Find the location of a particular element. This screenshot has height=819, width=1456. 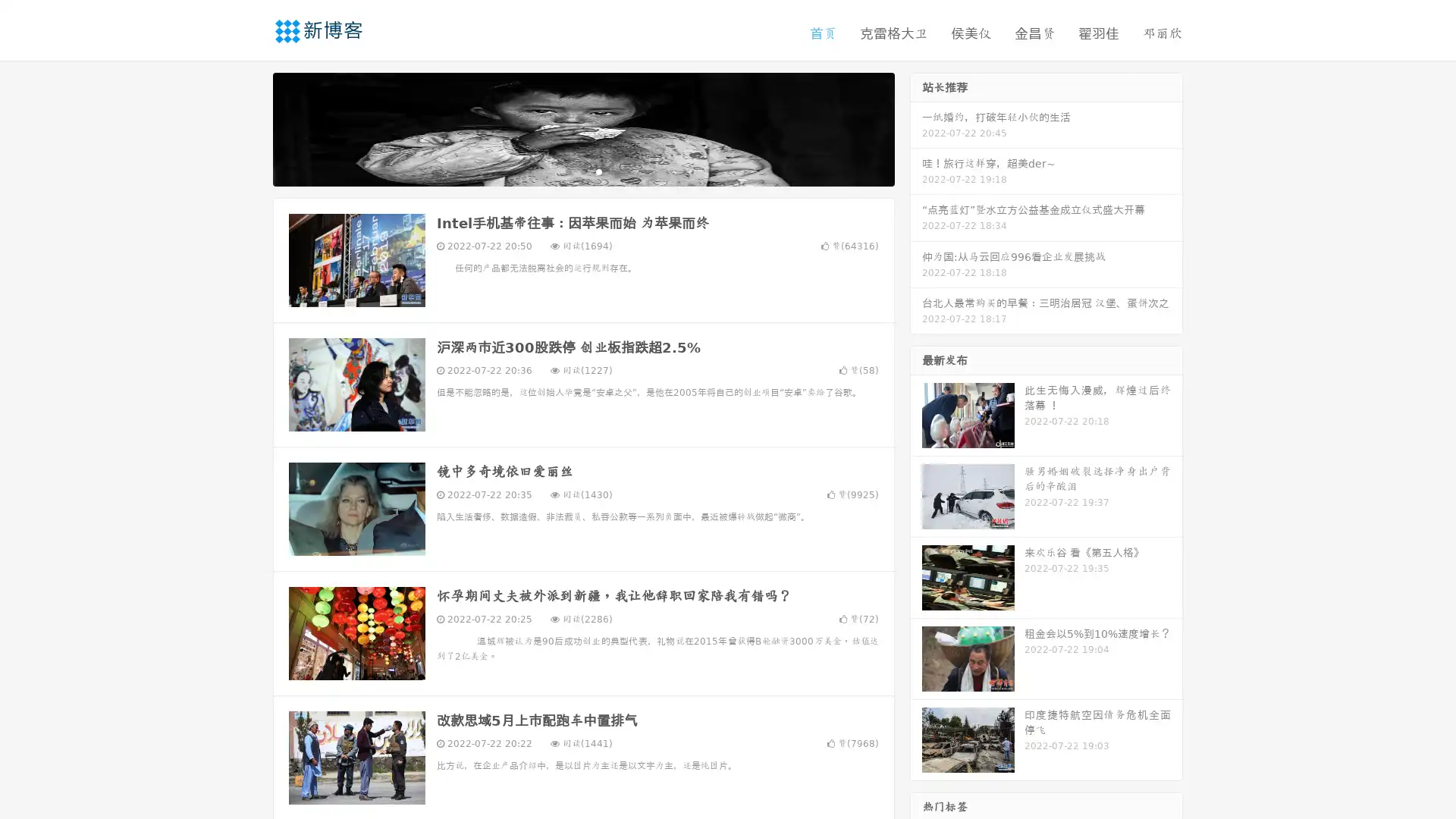

Previous slide is located at coordinates (250, 127).